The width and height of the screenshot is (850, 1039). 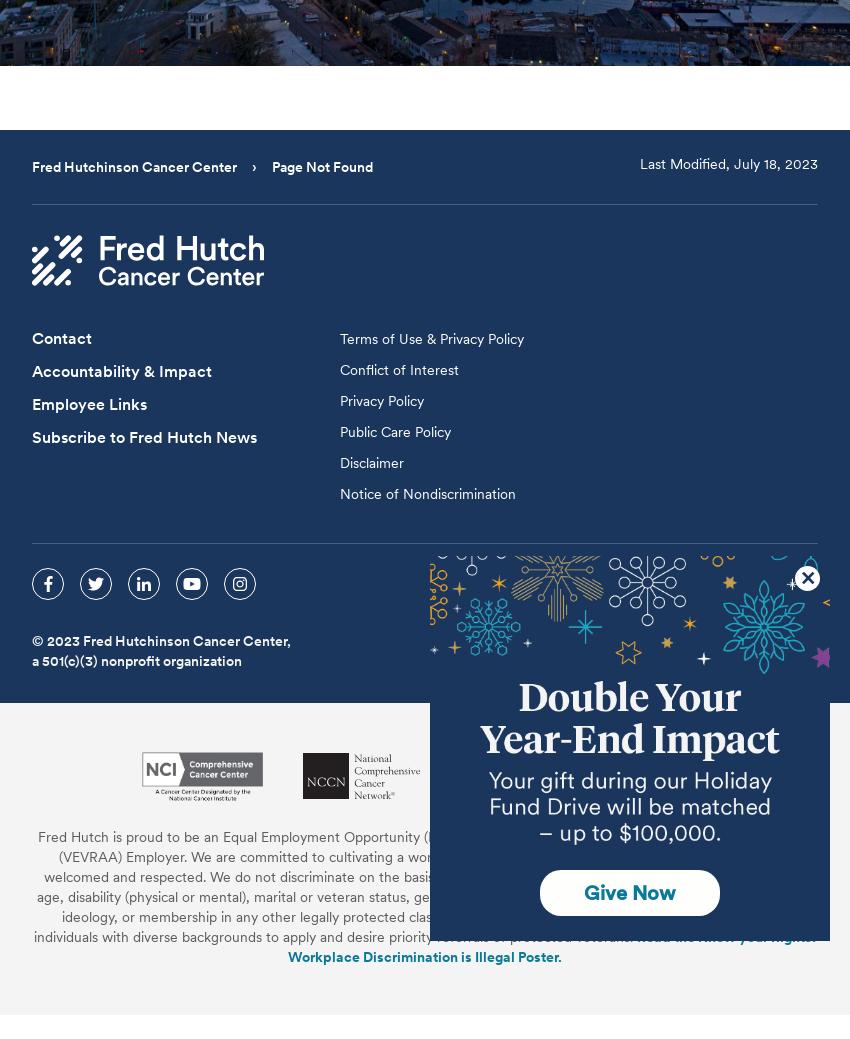 I want to click on 'Privacy Policy', so click(x=380, y=399).